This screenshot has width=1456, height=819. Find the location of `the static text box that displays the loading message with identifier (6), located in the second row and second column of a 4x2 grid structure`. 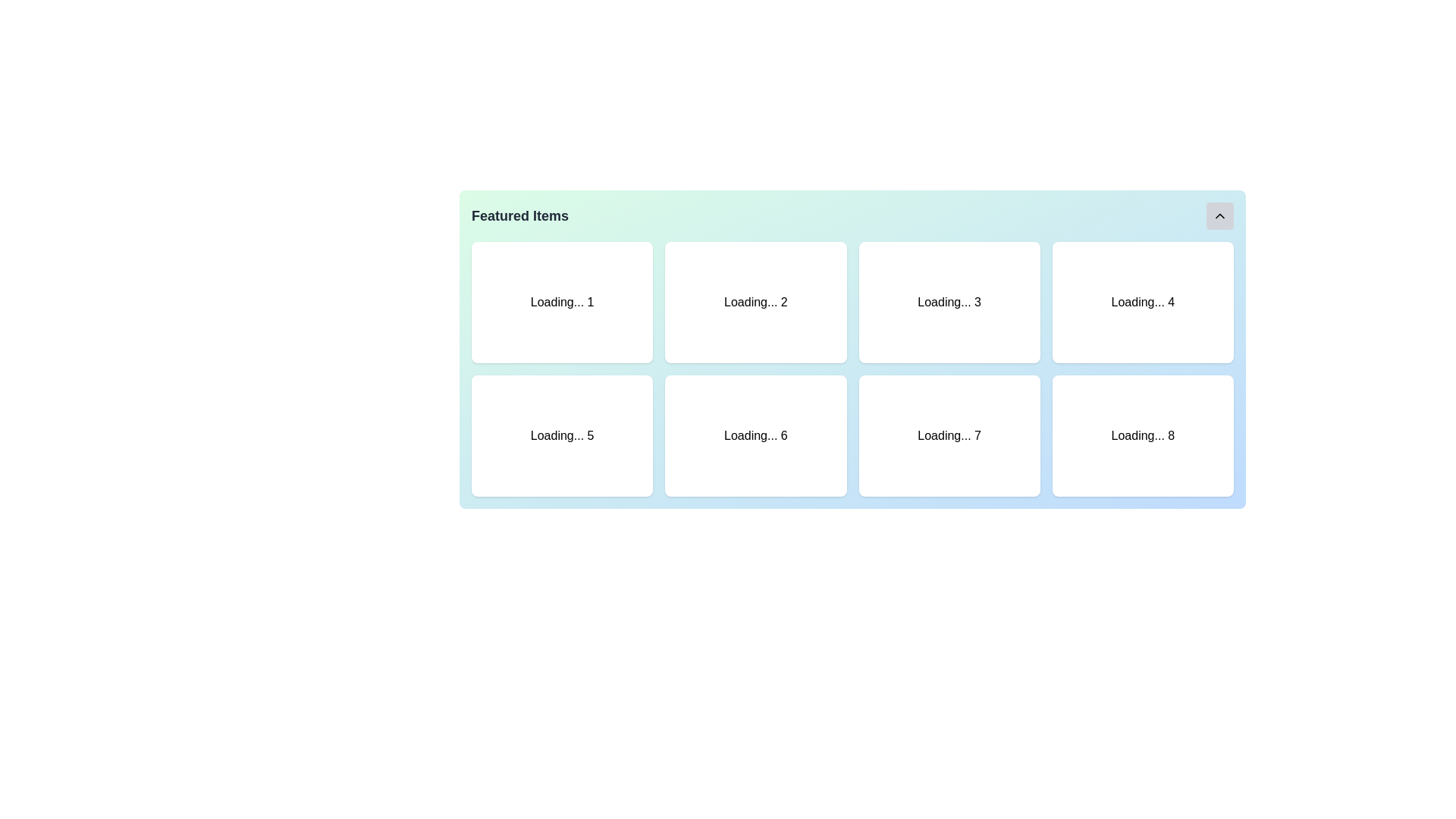

the static text box that displays the loading message with identifier (6), located in the second row and second column of a 4x2 grid structure is located at coordinates (755, 435).